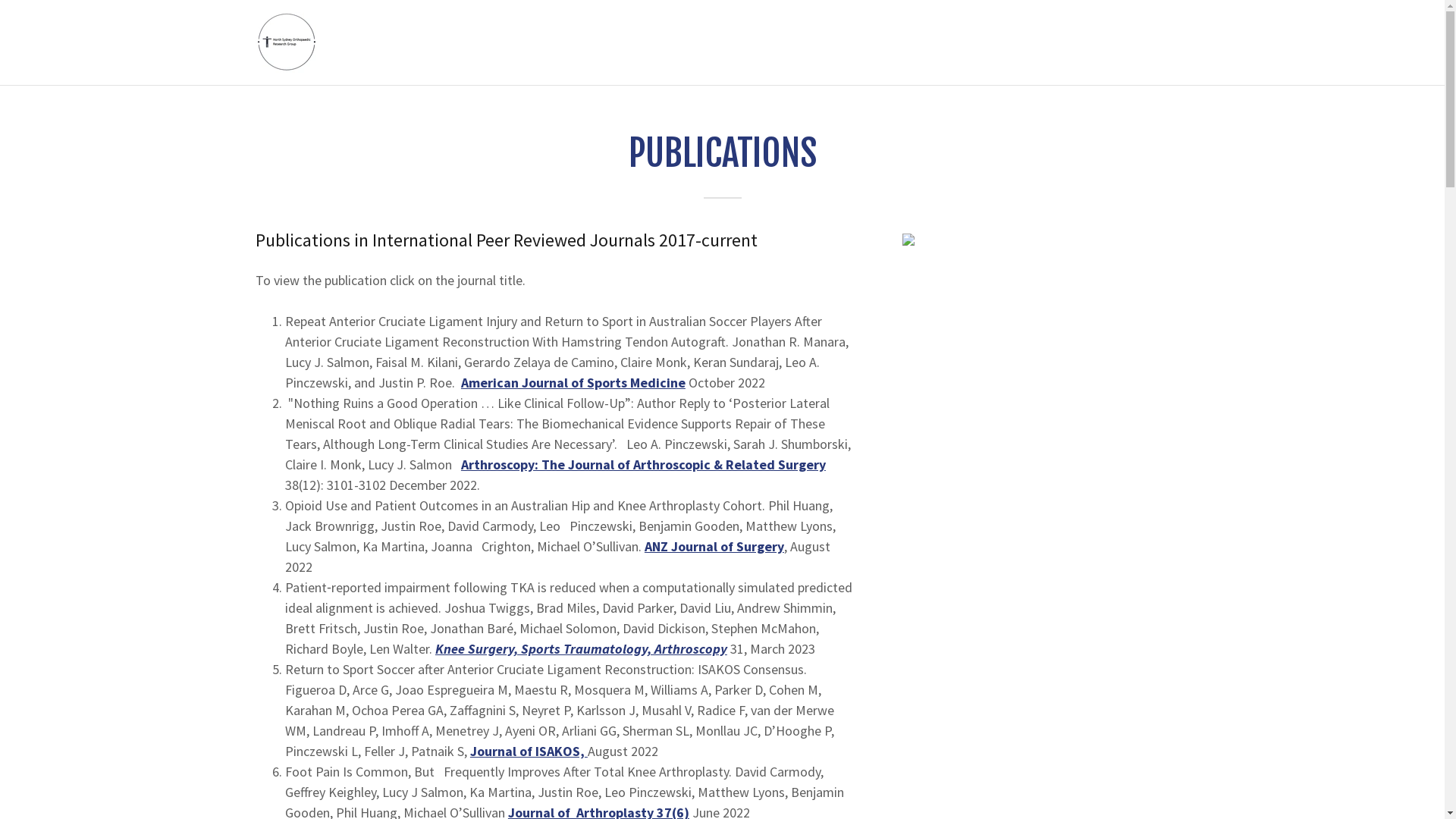  I want to click on 'Journal of ISAKOS,', so click(529, 751).